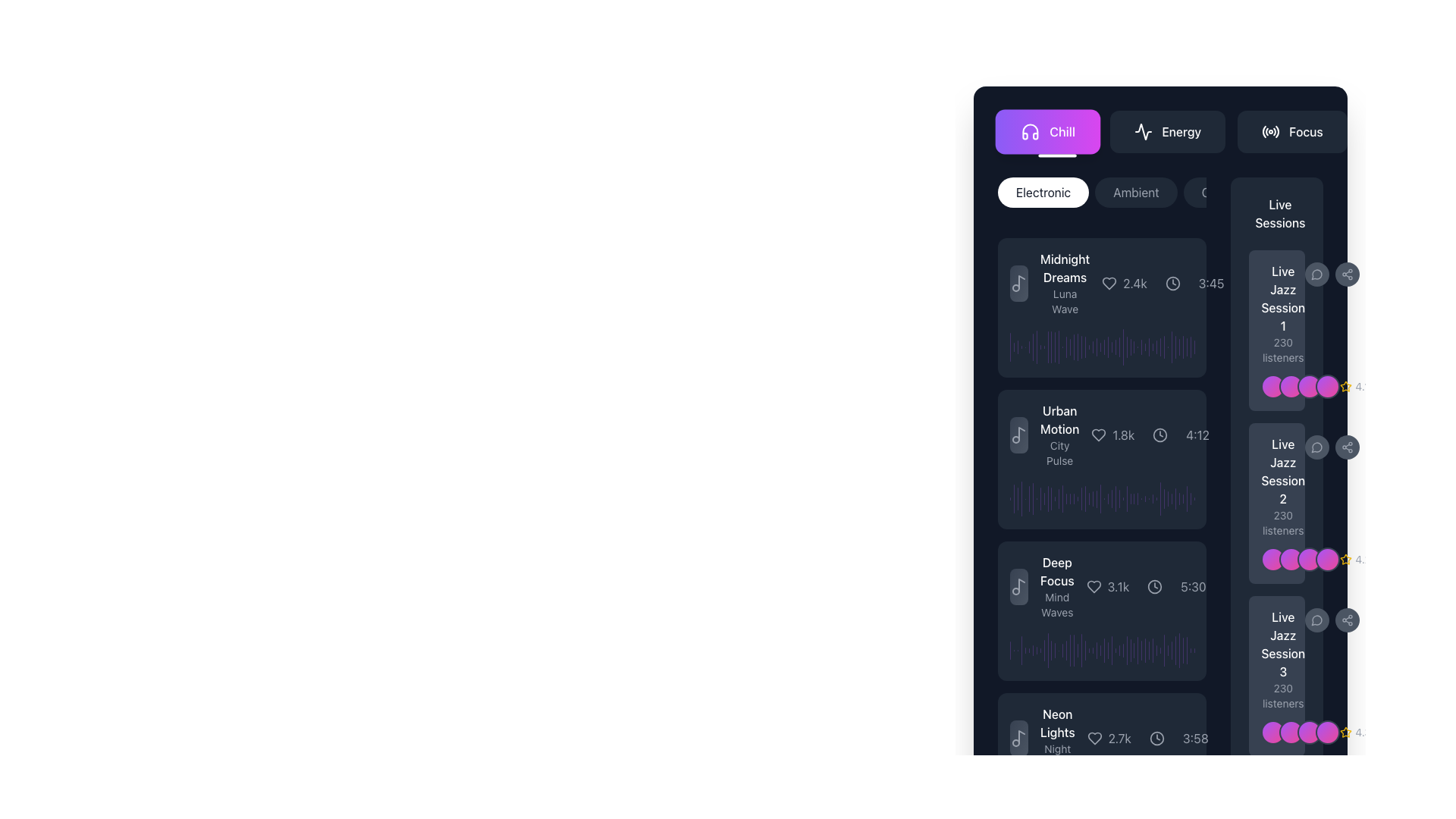  I want to click on the 38th Progress Indicator in the horizontal bar chart, which visually represents a specific data point or metric, so click(1156, 649).